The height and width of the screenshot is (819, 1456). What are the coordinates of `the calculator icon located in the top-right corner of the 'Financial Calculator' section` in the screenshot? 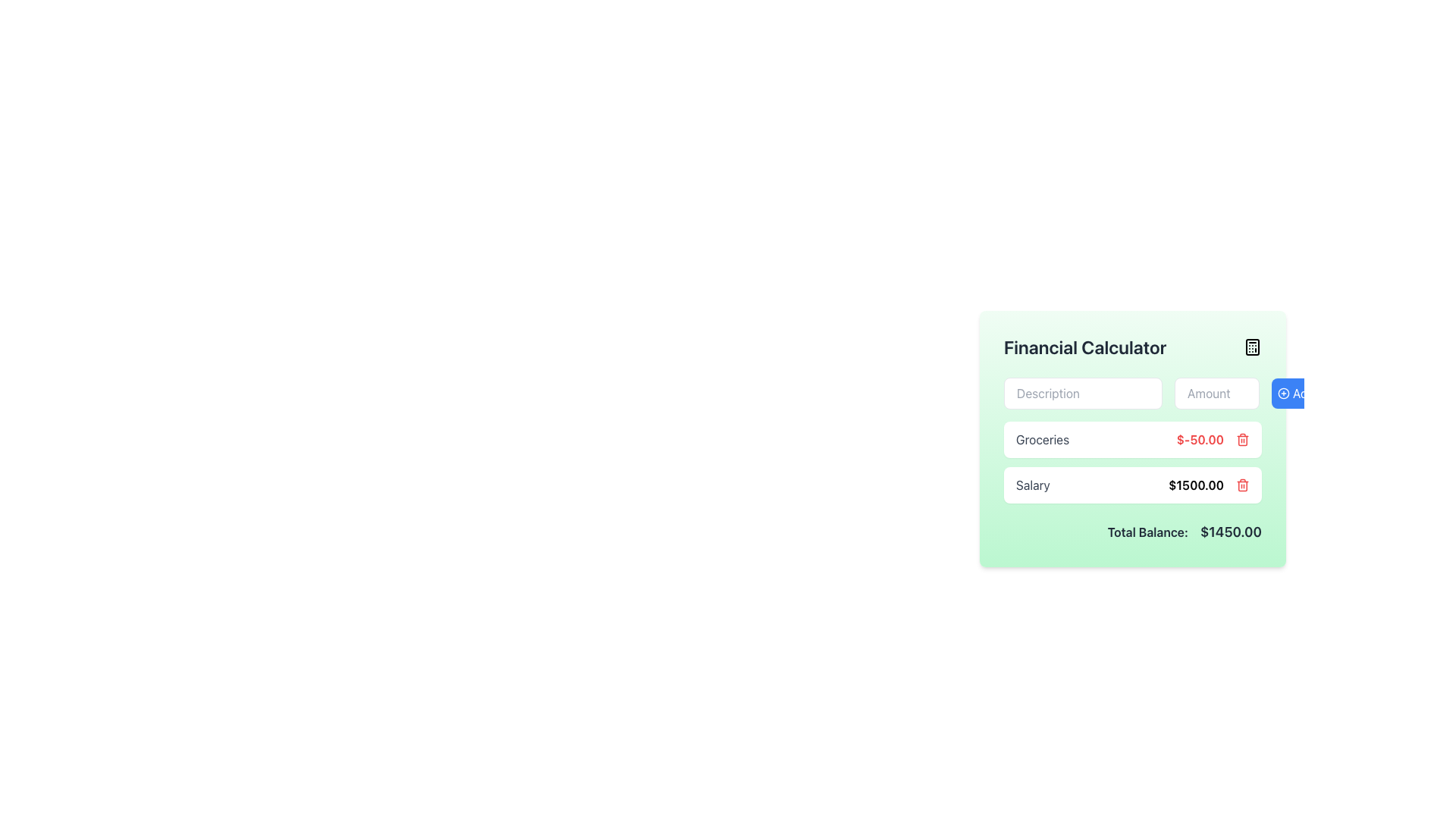 It's located at (1252, 347).